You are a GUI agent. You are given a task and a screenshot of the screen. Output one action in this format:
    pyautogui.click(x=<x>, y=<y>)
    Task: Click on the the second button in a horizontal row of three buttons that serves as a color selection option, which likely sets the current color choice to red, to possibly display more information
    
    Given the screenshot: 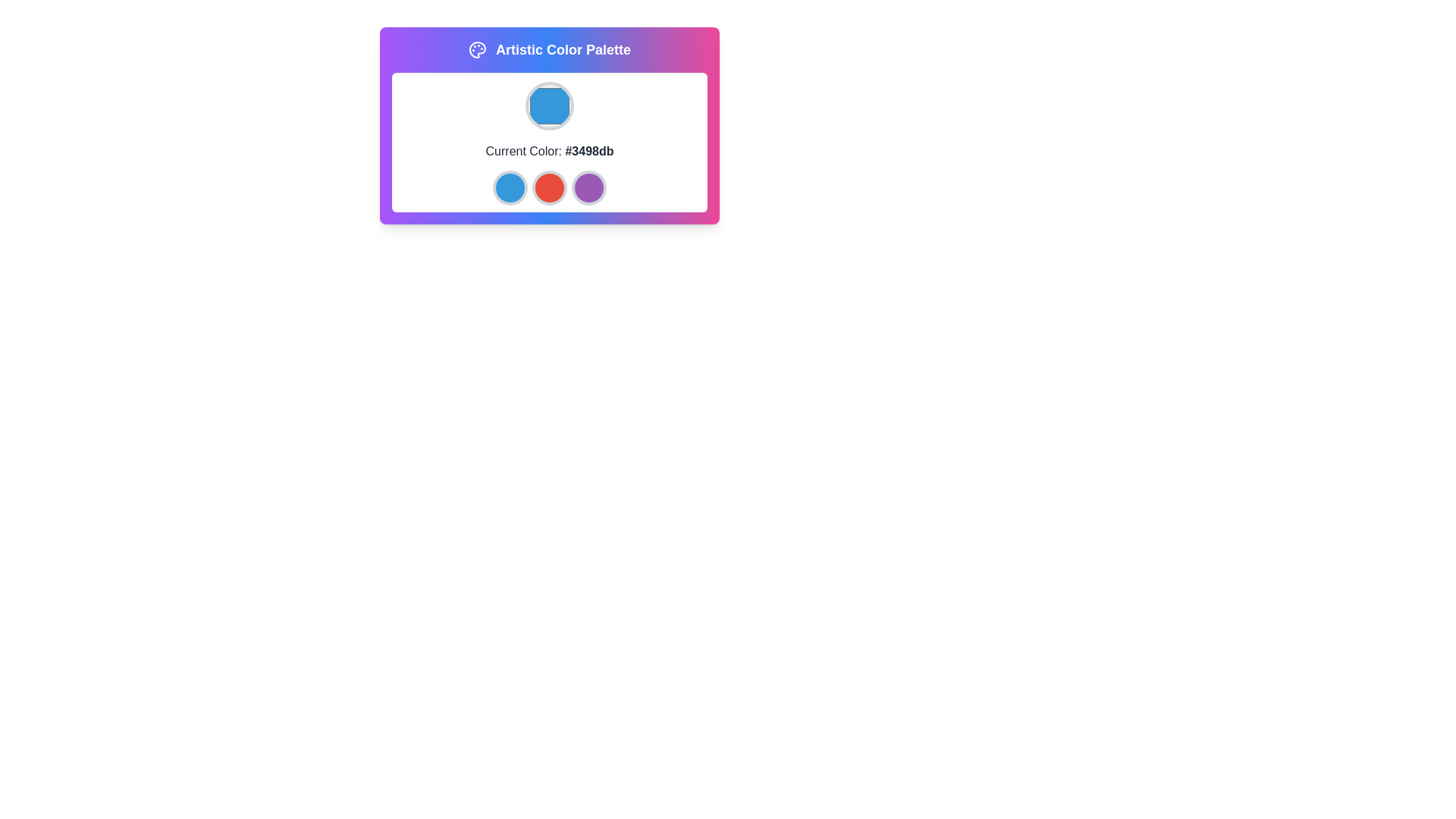 What is the action you would take?
    pyautogui.click(x=548, y=187)
    